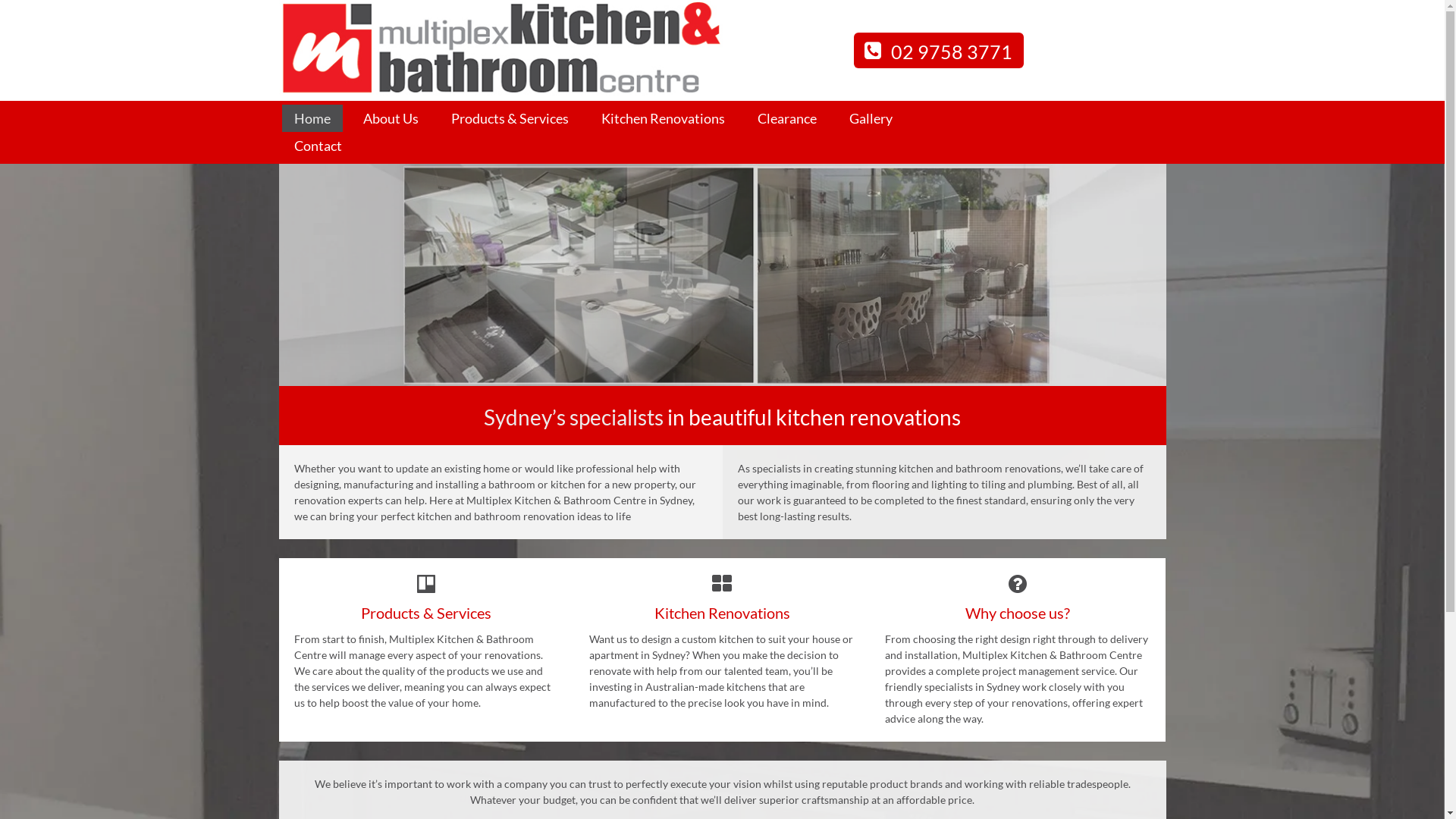 This screenshot has height=819, width=1456. Describe the element at coordinates (854, 49) in the screenshot. I see `'02 9758 3771'` at that location.